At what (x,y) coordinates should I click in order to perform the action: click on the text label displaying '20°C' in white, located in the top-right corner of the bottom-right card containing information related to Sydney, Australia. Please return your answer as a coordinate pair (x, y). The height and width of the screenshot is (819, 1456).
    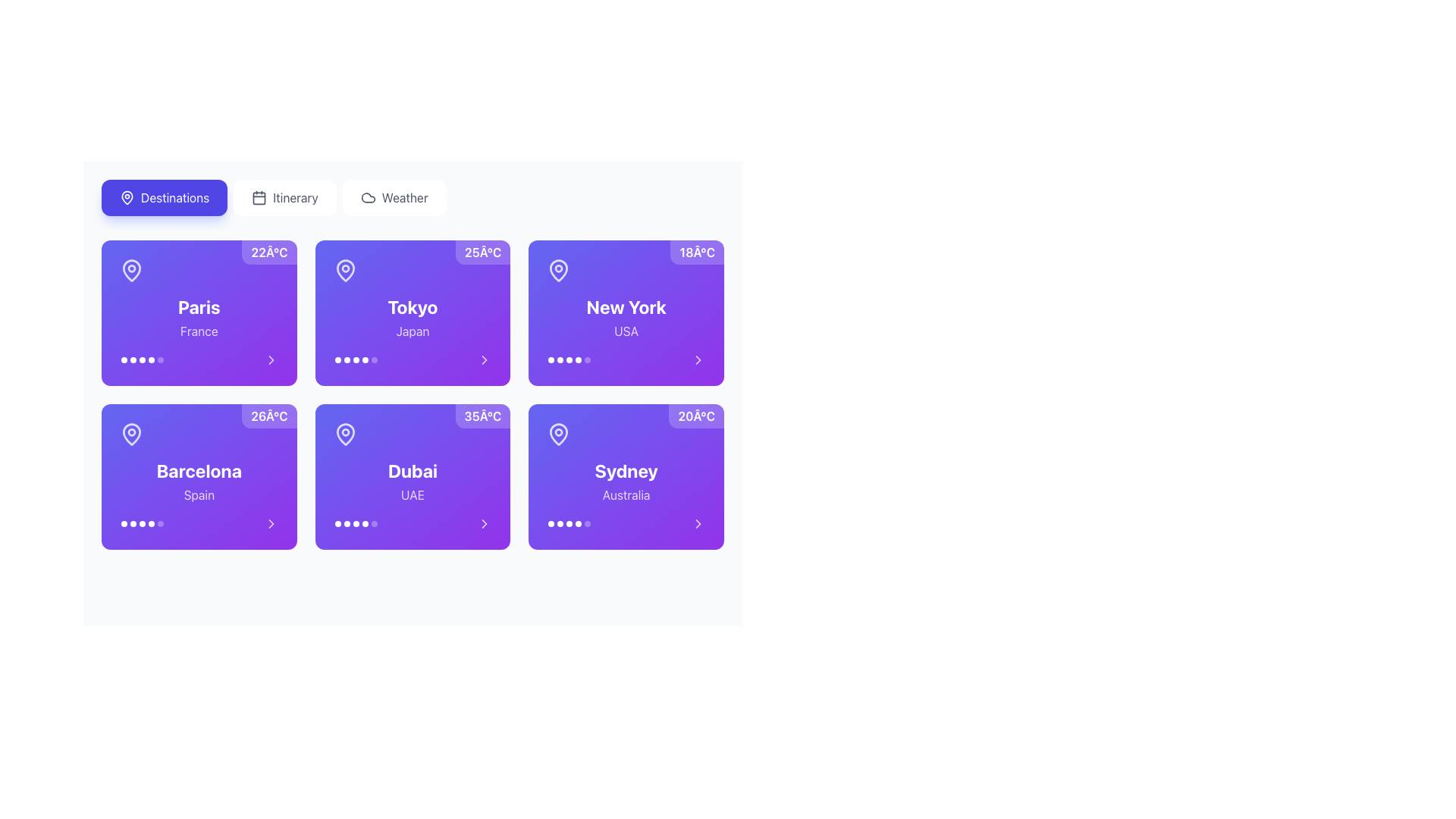
    Looking at the image, I should click on (695, 416).